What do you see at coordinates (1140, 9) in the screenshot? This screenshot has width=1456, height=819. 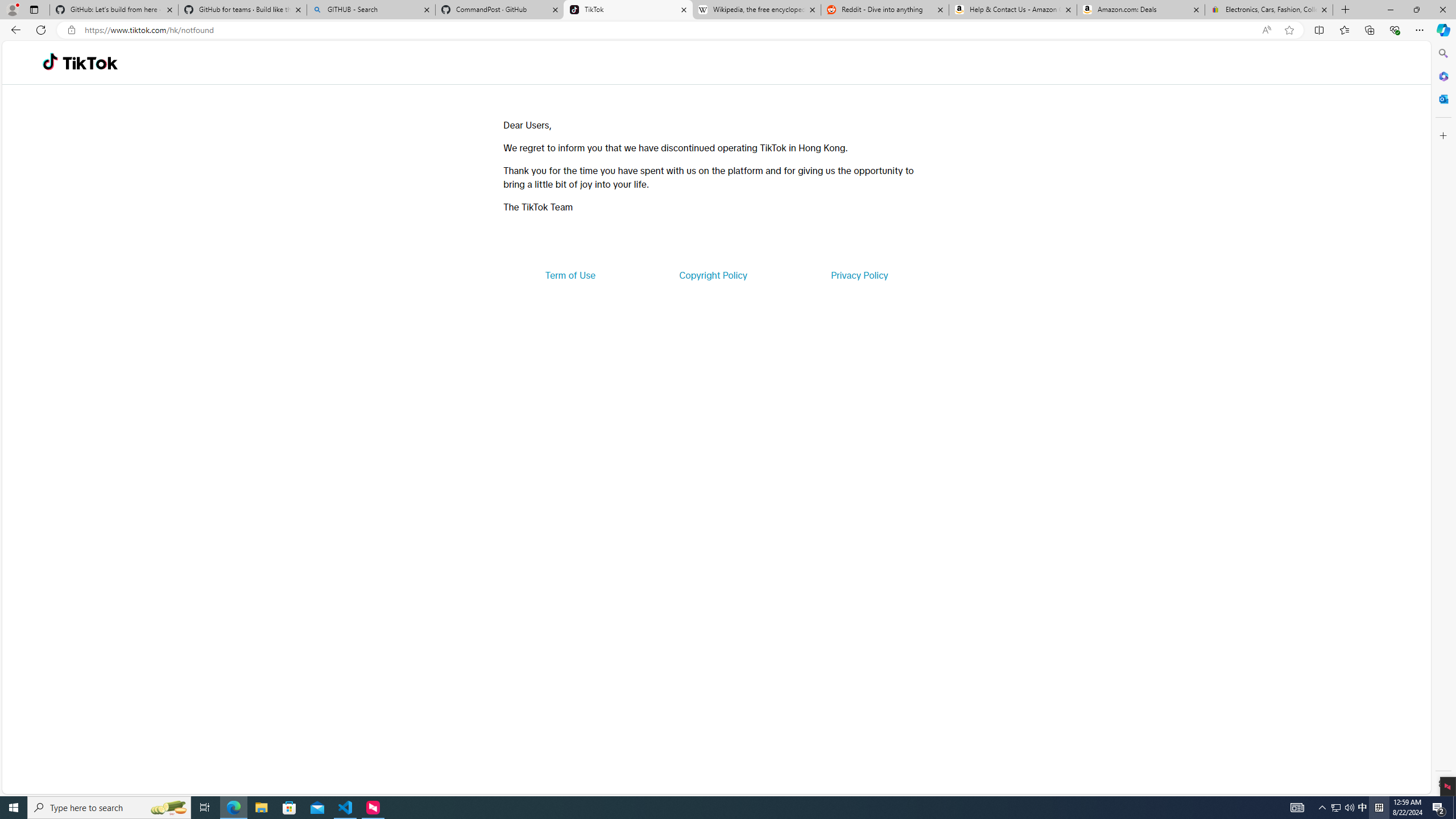 I see `'Amazon.com: Deals'` at bounding box center [1140, 9].